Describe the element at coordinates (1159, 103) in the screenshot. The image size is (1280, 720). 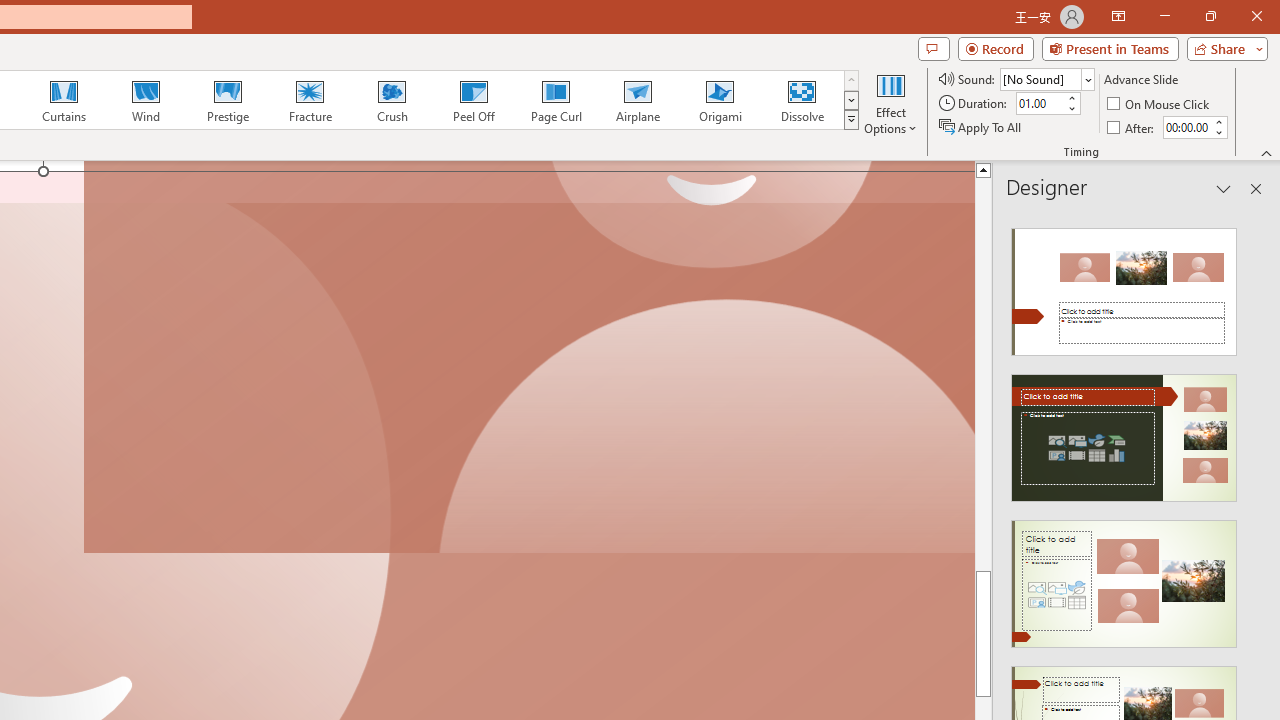
I see `'On Mouse Click'` at that location.